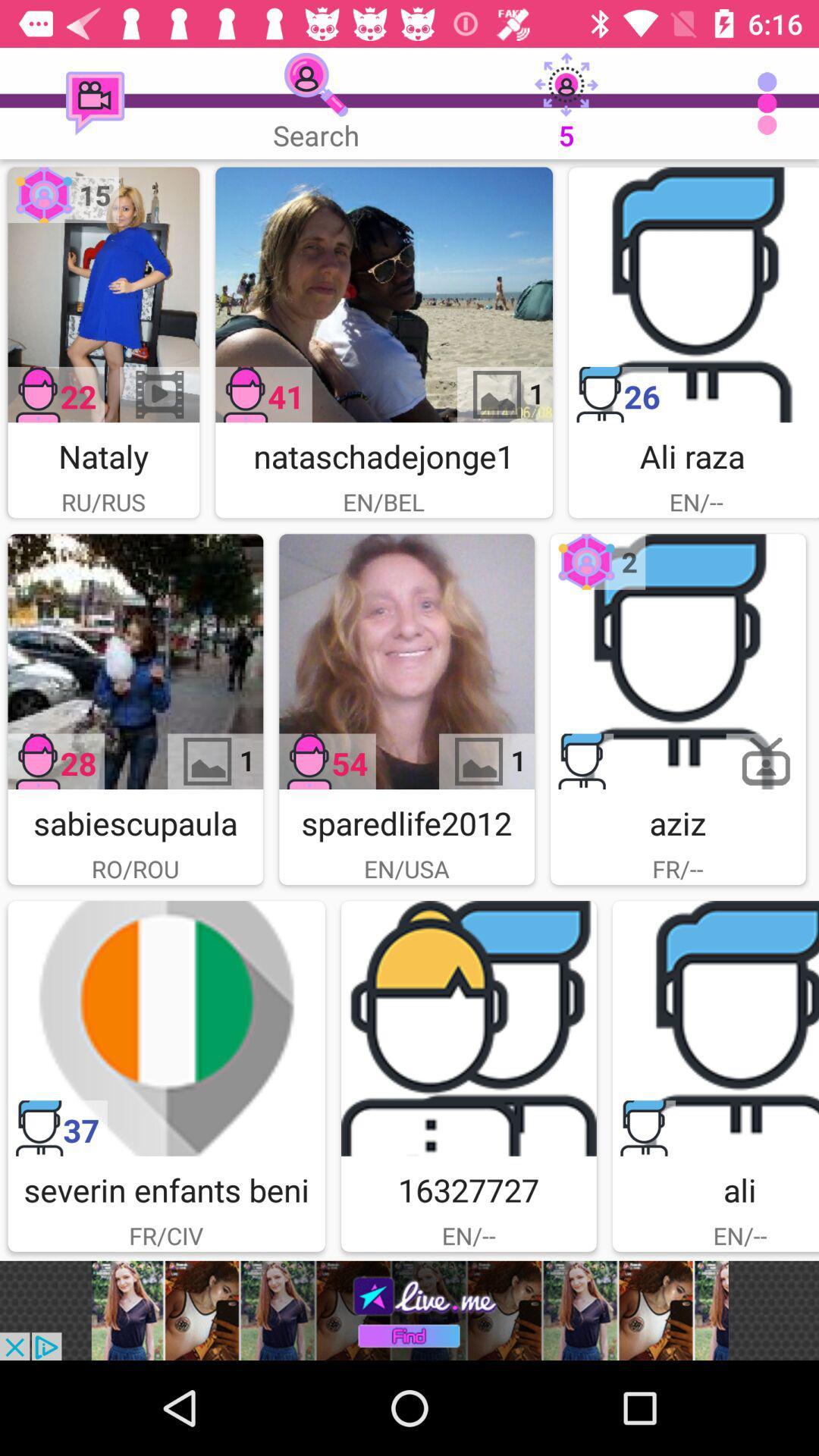  What do you see at coordinates (409, 1310) in the screenshot?
I see `opens an advertisement` at bounding box center [409, 1310].